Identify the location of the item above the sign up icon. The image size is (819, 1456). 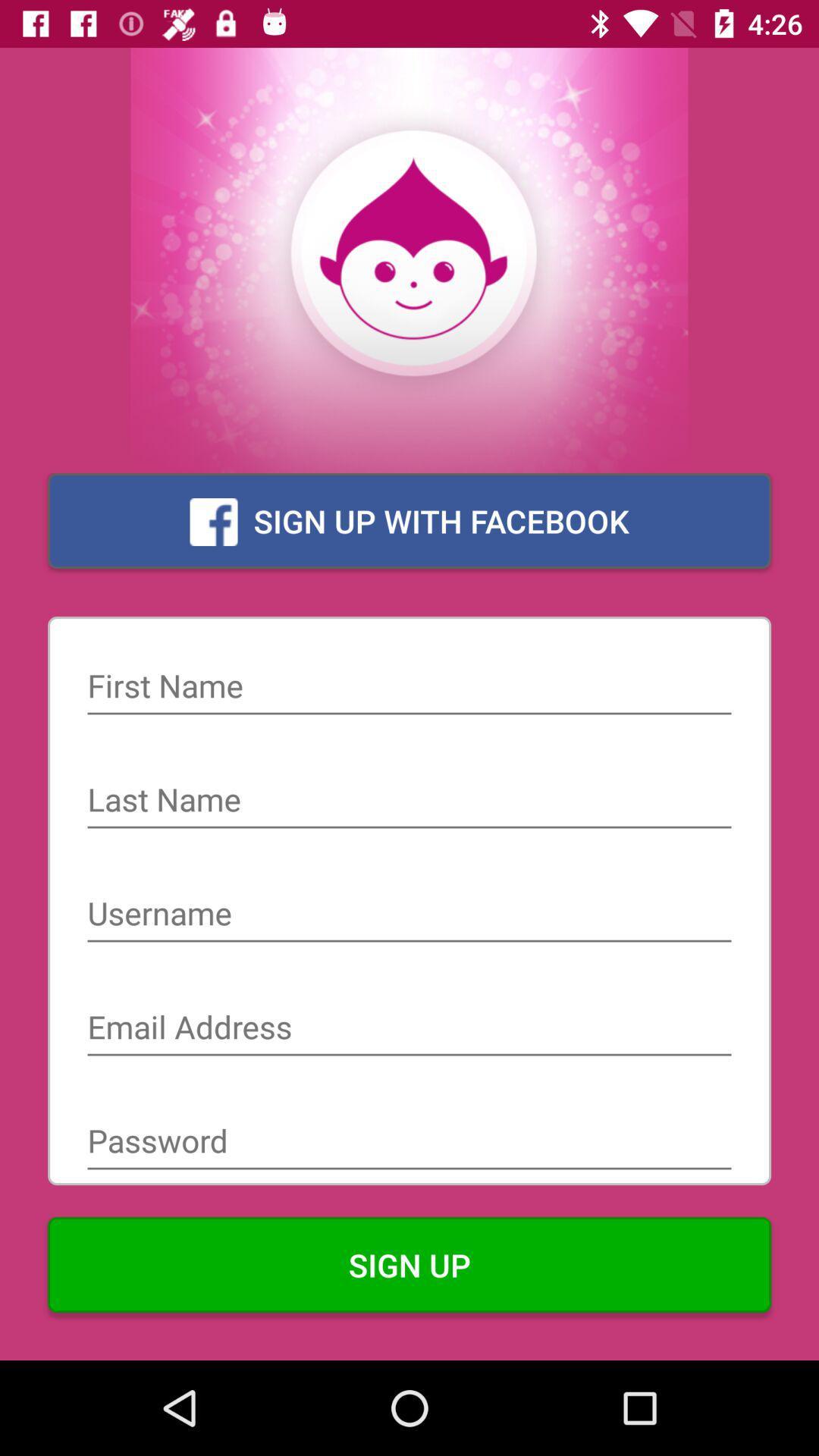
(409, 1143).